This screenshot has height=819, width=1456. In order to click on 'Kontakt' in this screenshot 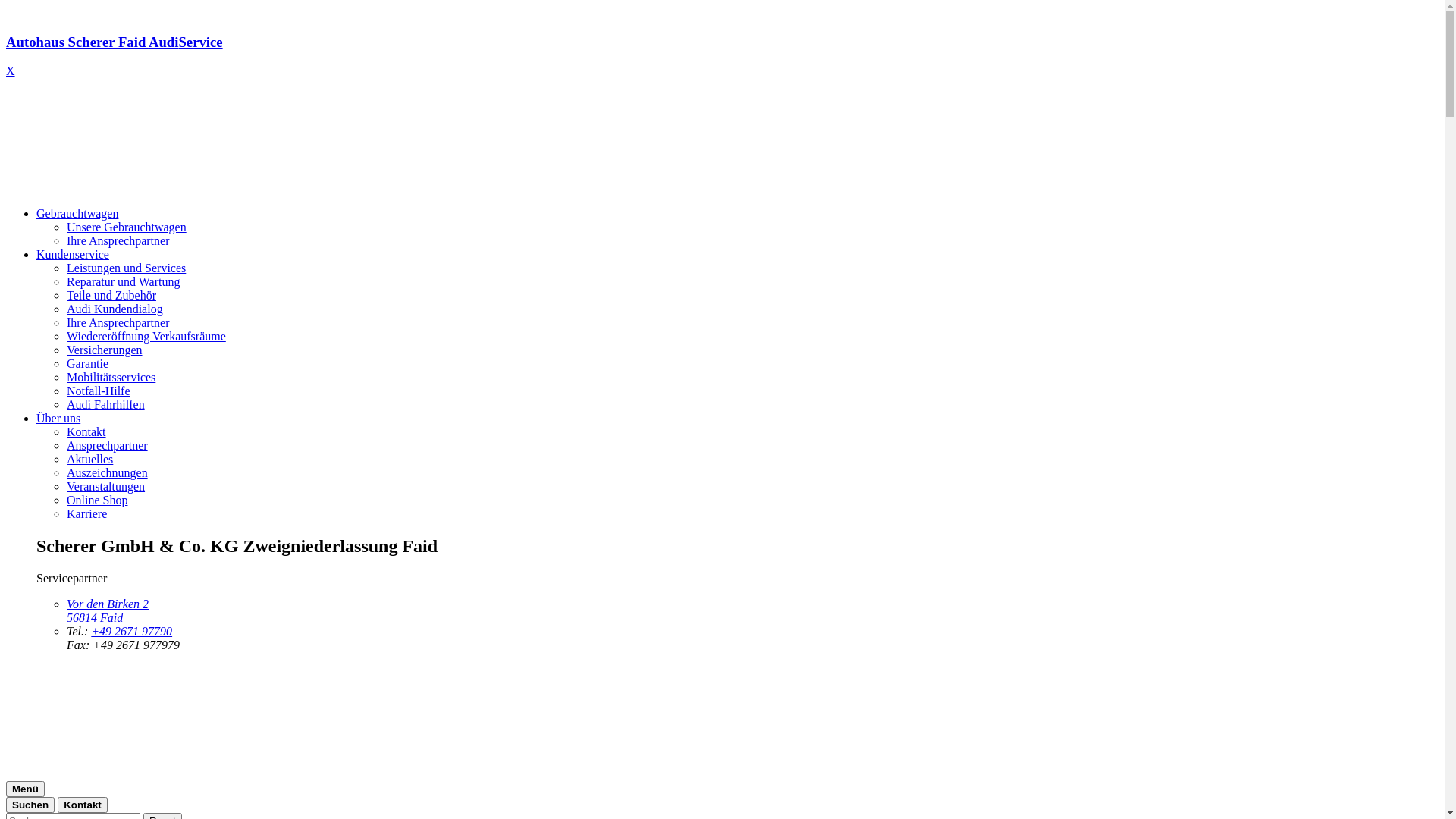, I will do `click(82, 804)`.